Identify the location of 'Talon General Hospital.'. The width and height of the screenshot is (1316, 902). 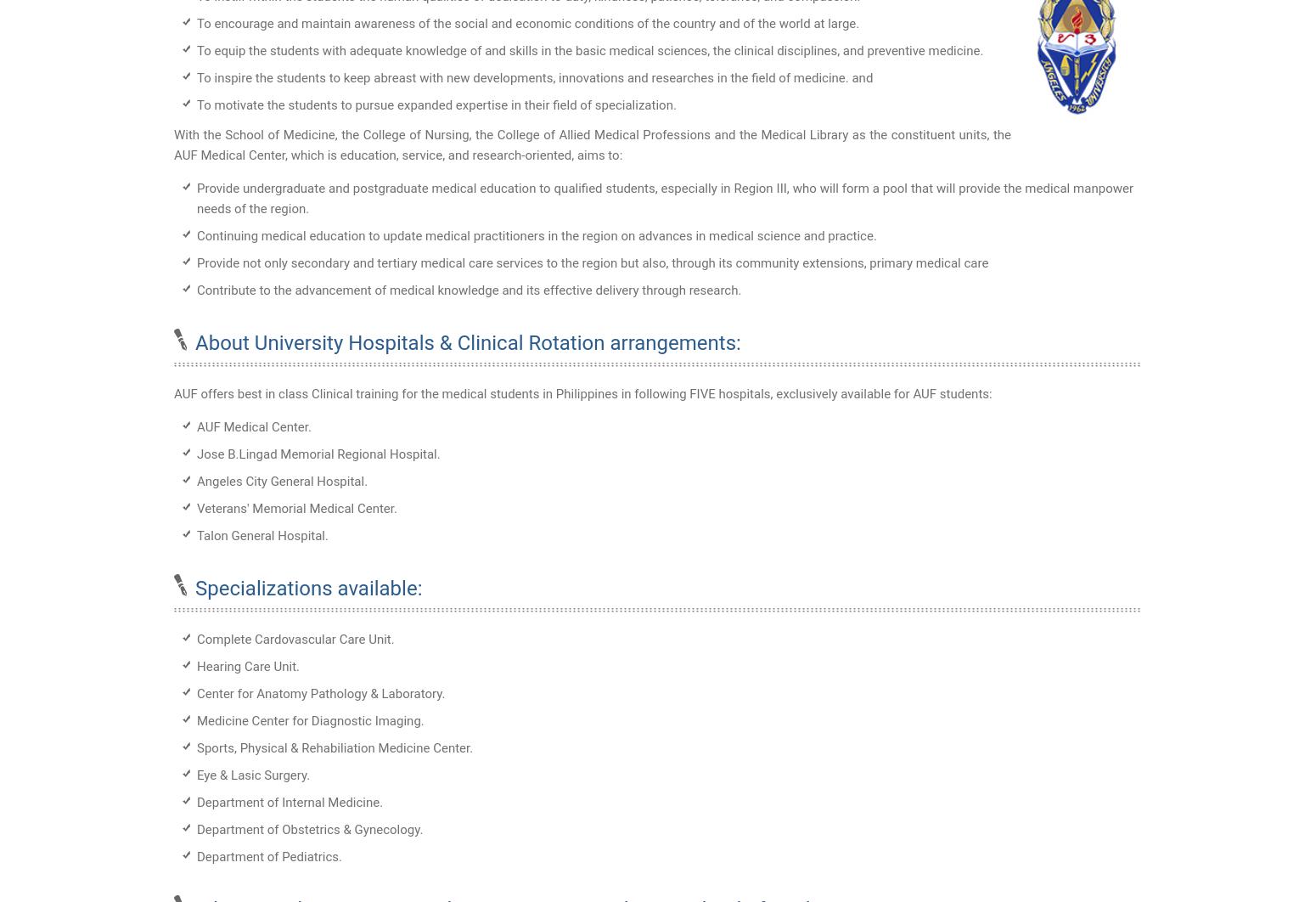
(262, 534).